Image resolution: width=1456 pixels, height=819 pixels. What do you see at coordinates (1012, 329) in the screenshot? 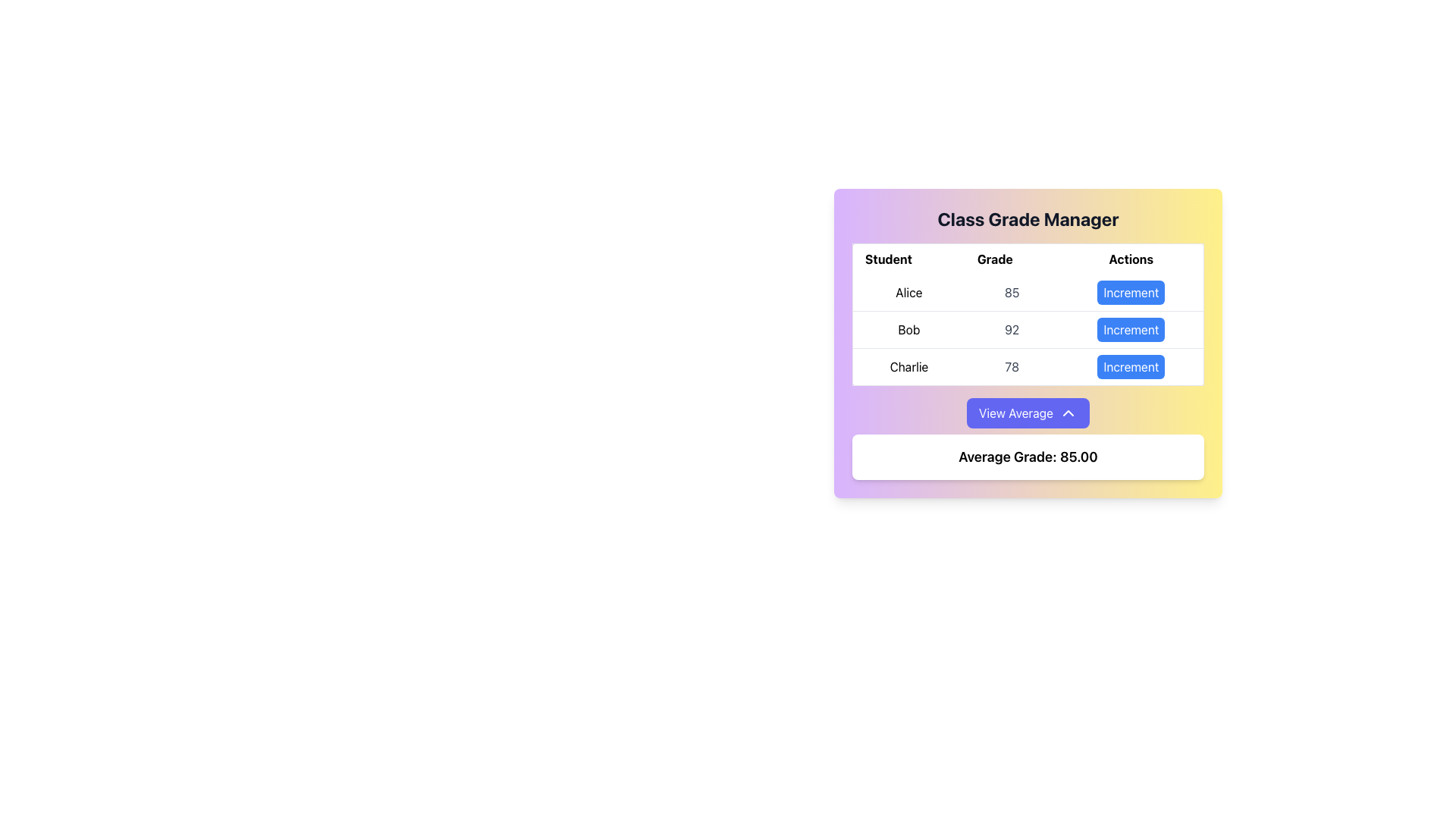
I see `the static Text label displaying the grade value (92) for student 'Bob', located between the 'Bob' entry and the 'Increment' button in the table layout` at bounding box center [1012, 329].